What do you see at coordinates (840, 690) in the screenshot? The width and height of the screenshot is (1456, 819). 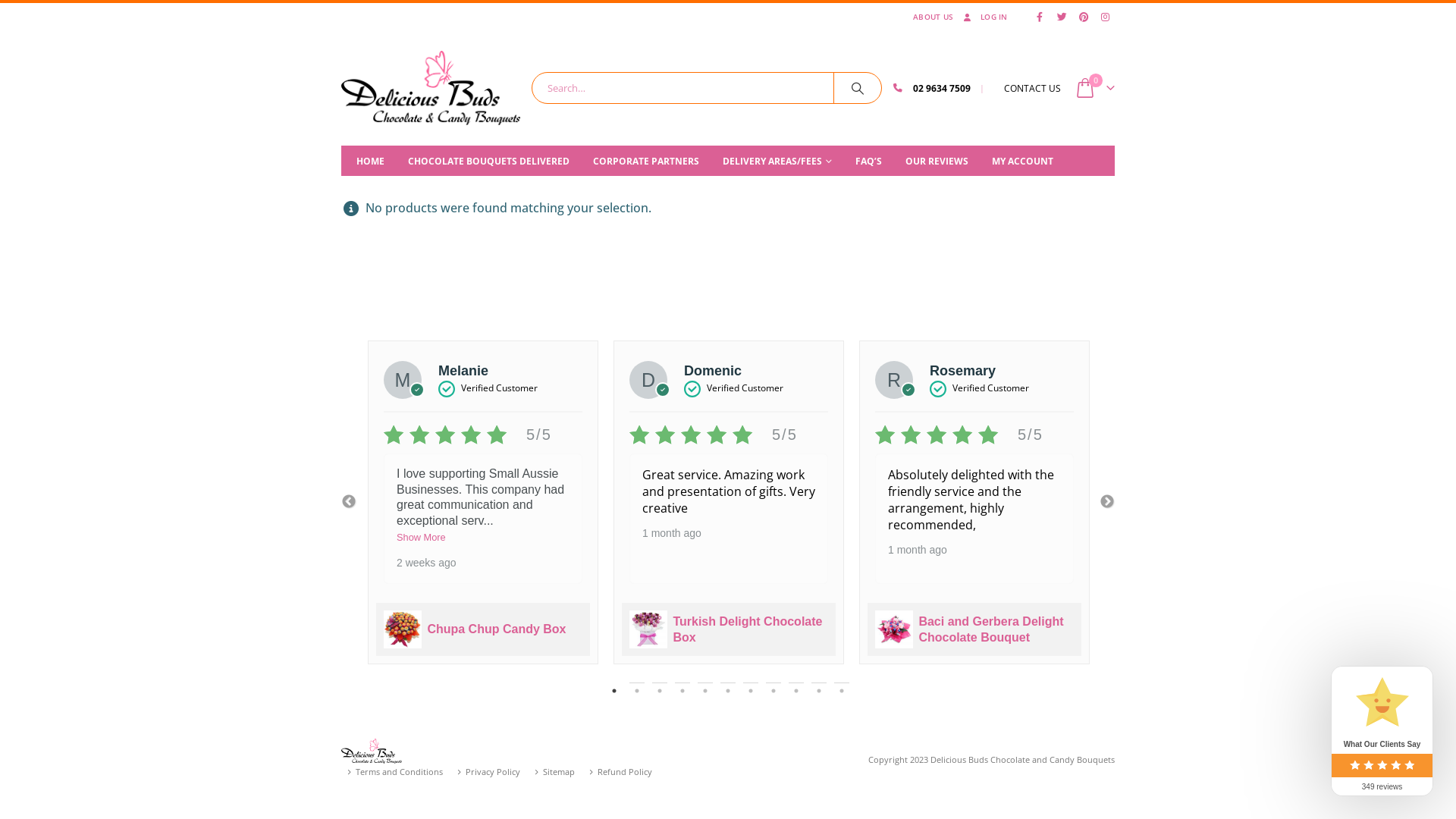 I see `'11'` at bounding box center [840, 690].